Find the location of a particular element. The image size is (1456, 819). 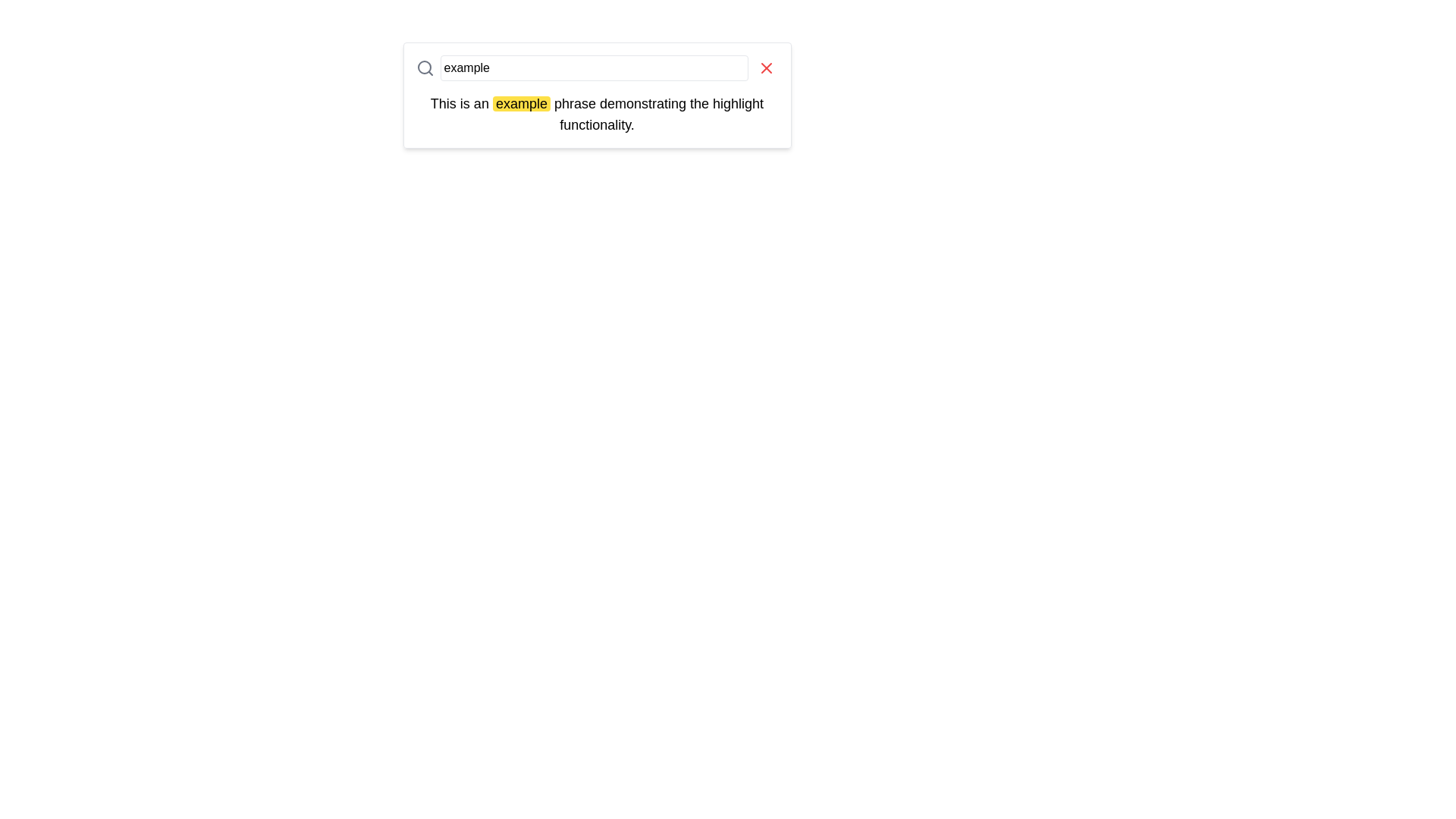

the small gray magnifying glass icon representing search functionality located in the horizontal bar near the leftmost side, preceding the text input field labeled 'example' is located at coordinates (425, 67).